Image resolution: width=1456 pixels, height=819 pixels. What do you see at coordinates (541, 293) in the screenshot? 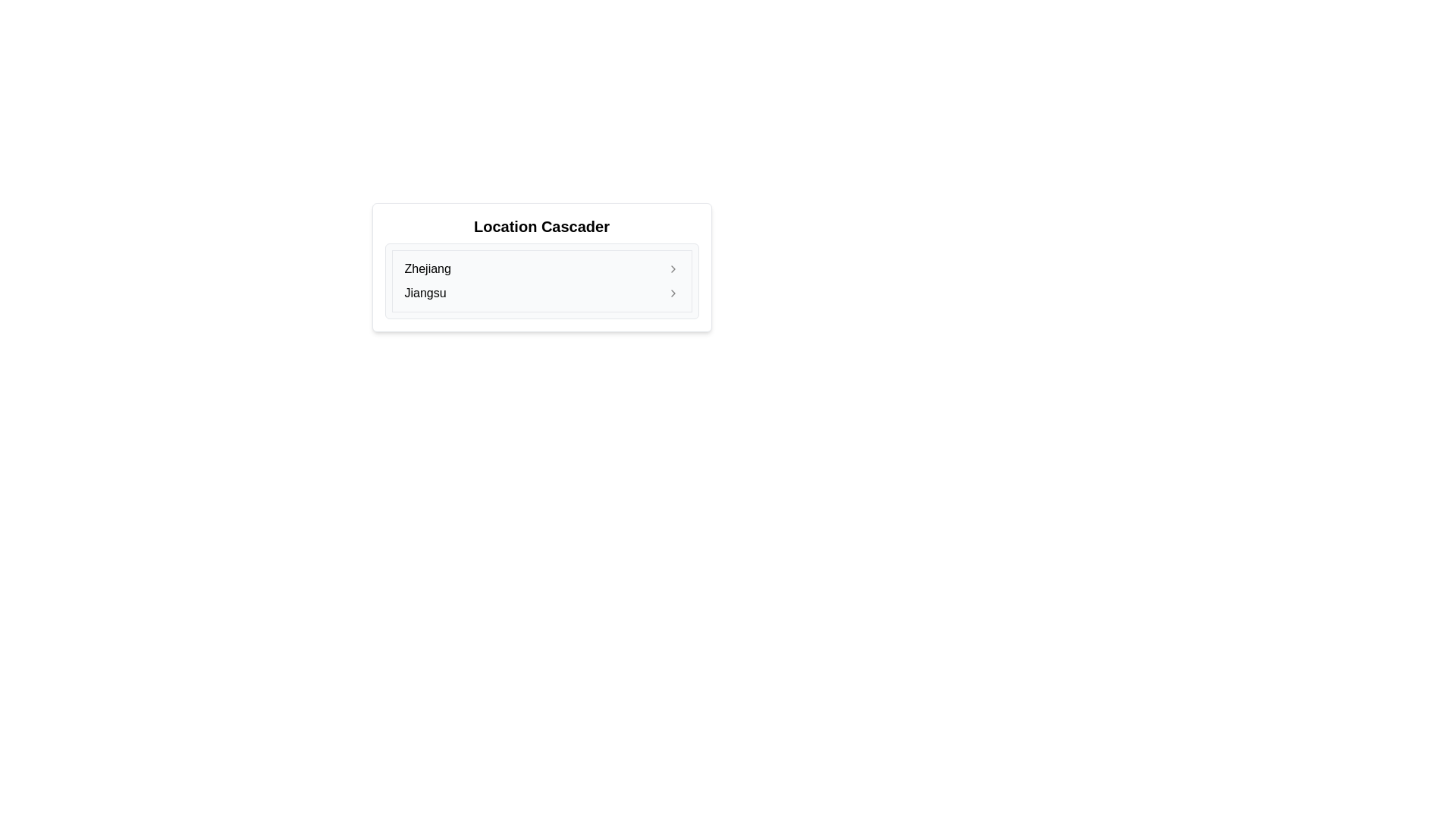
I see `the second item in the list that allows selection of 'Jiangsu'` at bounding box center [541, 293].